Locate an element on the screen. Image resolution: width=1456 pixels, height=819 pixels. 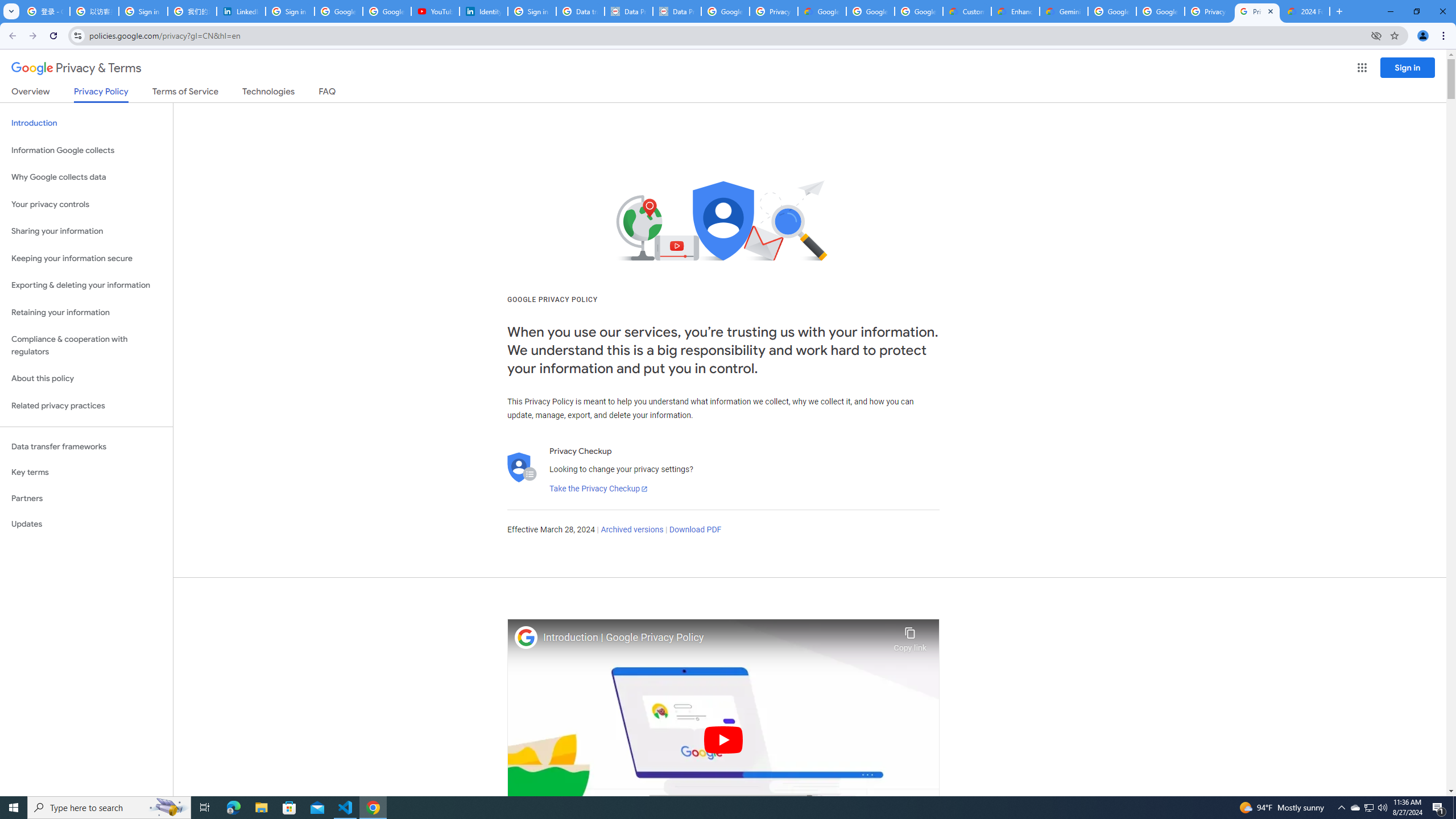
'Key terms' is located at coordinates (86, 472).